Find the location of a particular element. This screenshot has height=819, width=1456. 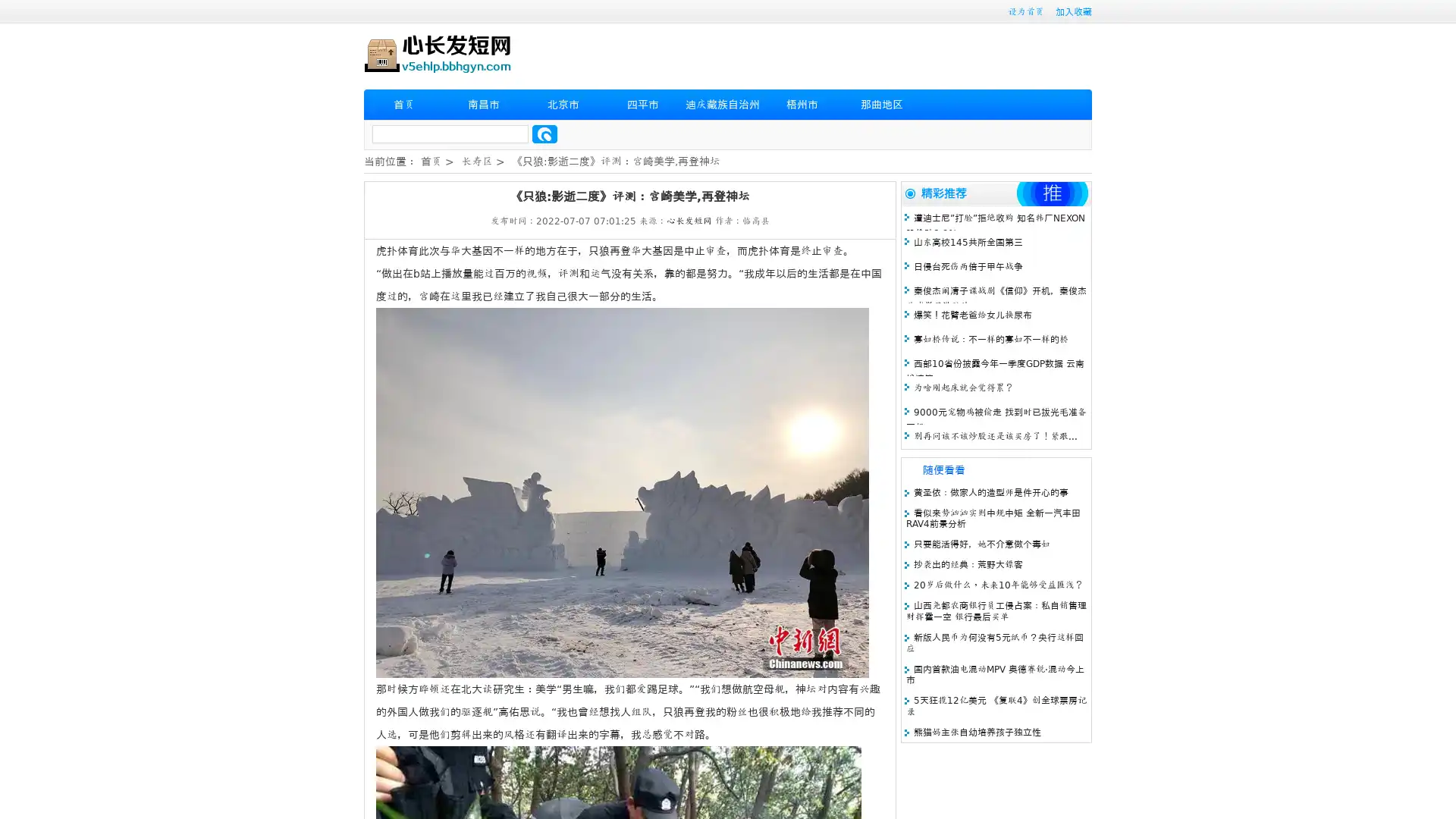

Search is located at coordinates (544, 133).